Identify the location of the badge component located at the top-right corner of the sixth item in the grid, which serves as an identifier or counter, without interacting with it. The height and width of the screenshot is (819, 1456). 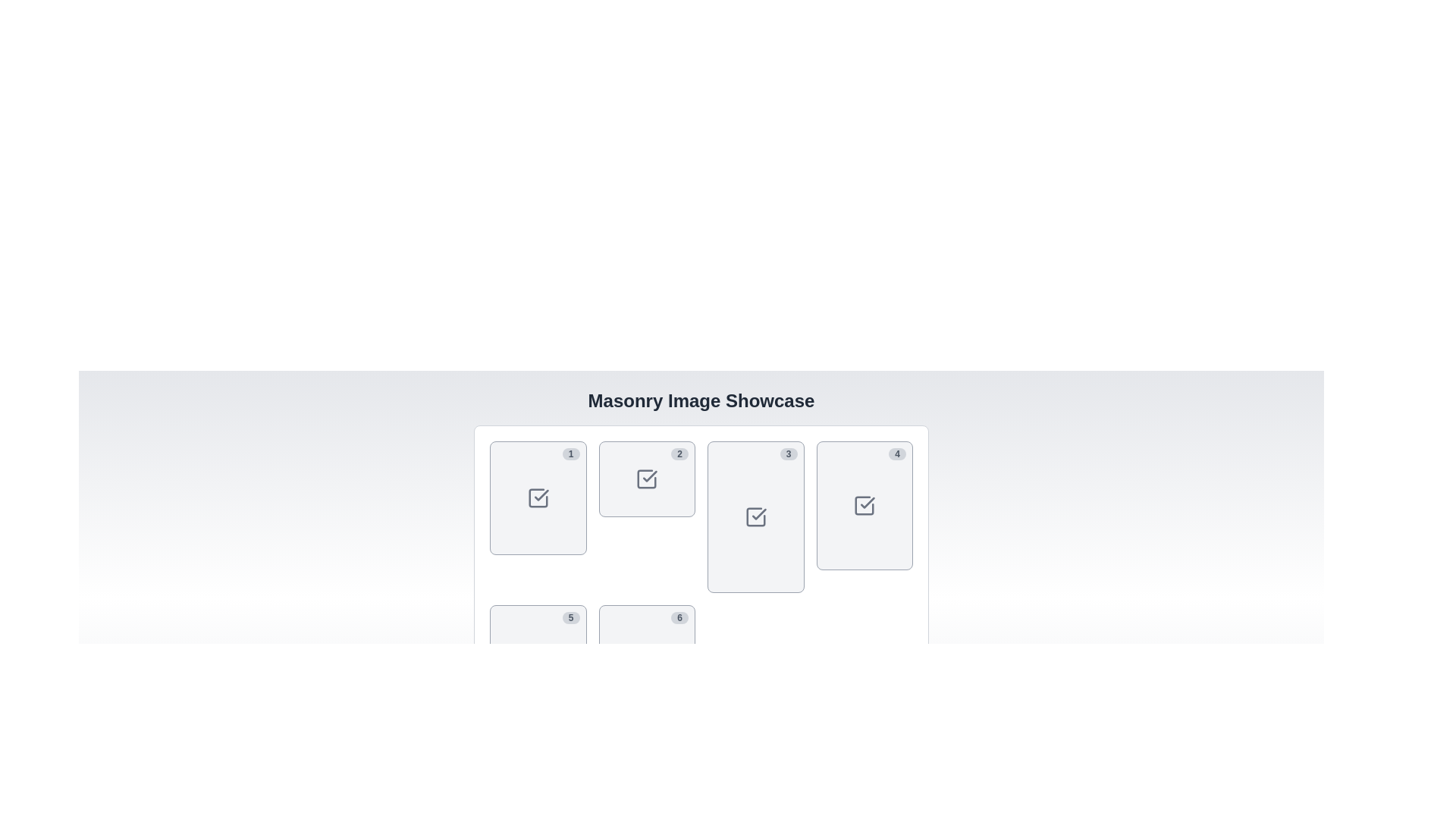
(679, 617).